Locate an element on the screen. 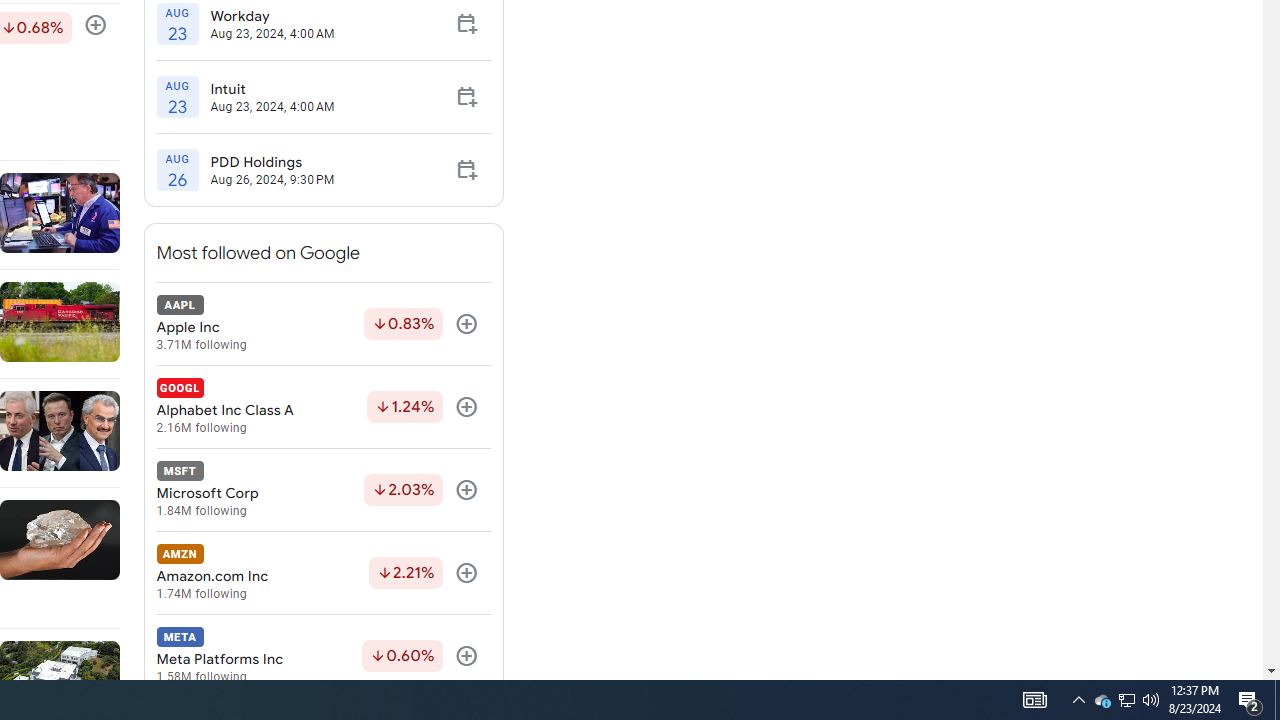 The width and height of the screenshot is (1280, 720). 'AAPL Apple Inc 3.71M following Down by 0.83% Follow' is located at coordinates (323, 323).